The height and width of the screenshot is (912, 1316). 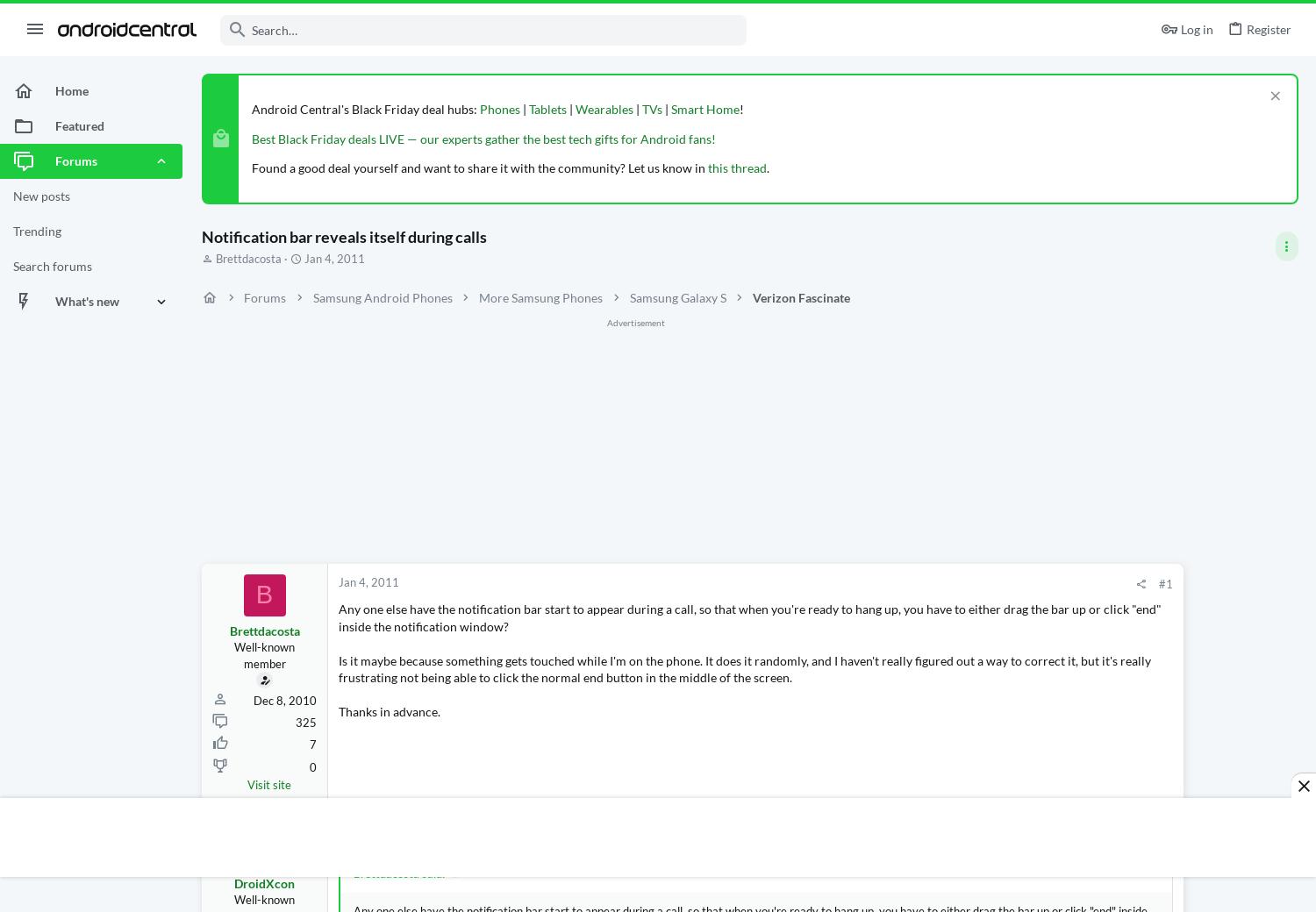 What do you see at coordinates (284, 700) in the screenshot?
I see `'Dec 8, 2010'` at bounding box center [284, 700].